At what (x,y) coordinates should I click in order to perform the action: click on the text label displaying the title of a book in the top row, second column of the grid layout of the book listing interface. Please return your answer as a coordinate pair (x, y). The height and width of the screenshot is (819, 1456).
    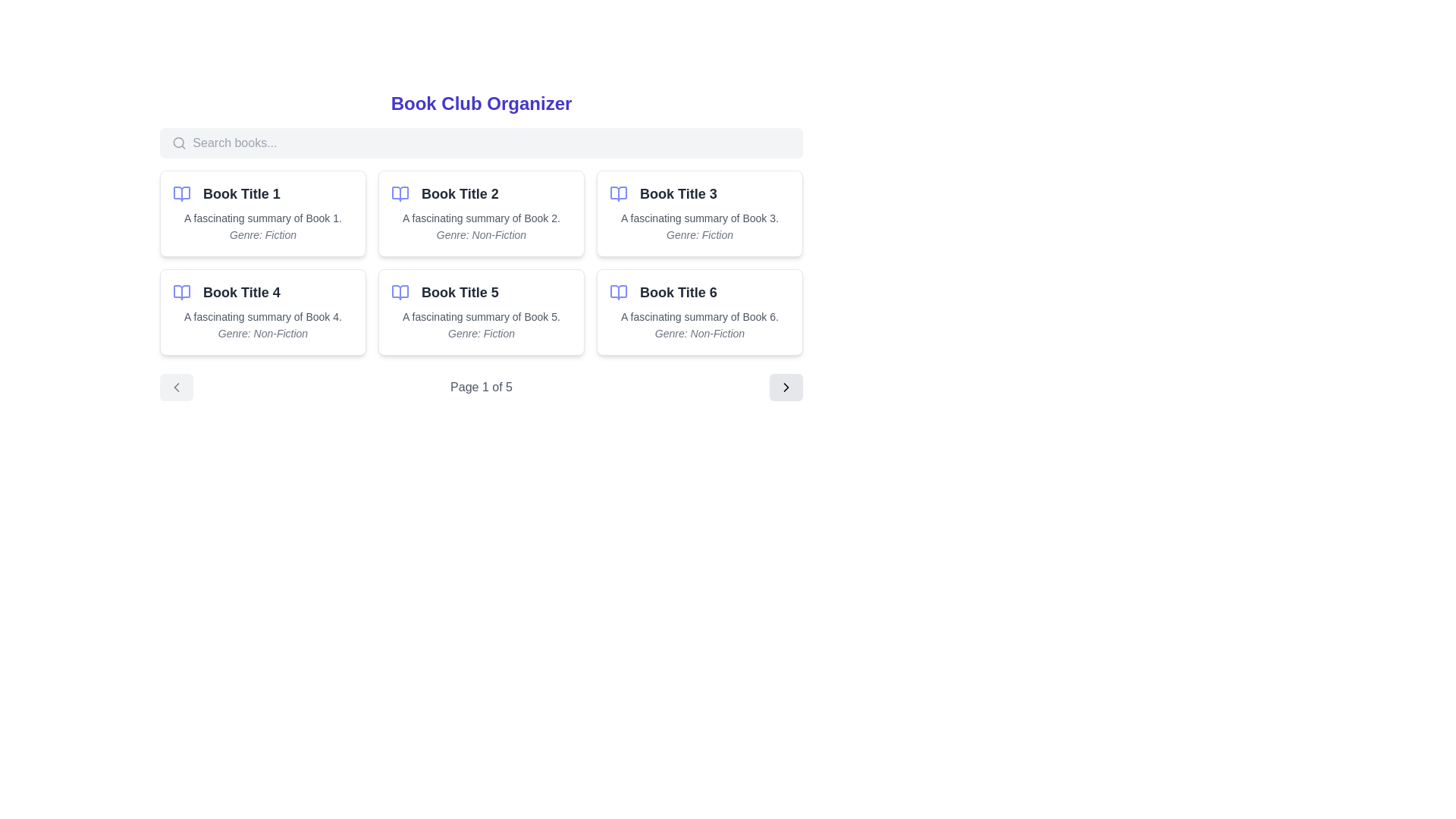
    Looking at the image, I should click on (480, 193).